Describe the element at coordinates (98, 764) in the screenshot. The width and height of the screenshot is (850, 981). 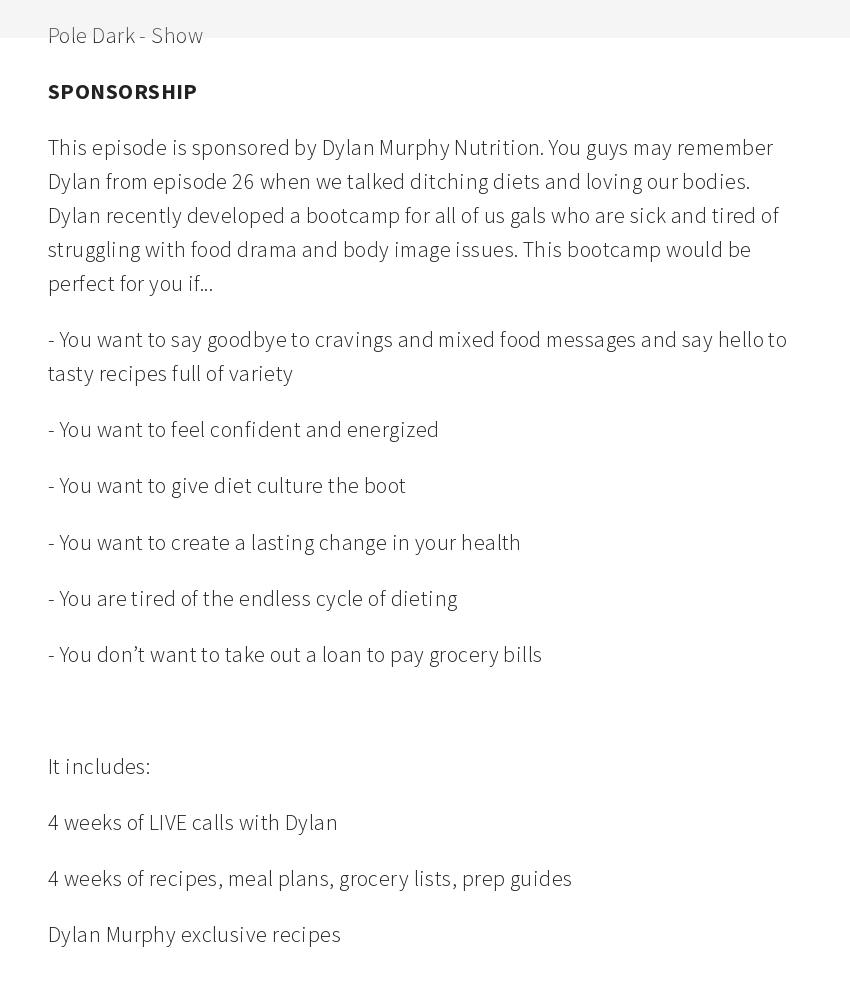
I see `'It includes:'` at that location.